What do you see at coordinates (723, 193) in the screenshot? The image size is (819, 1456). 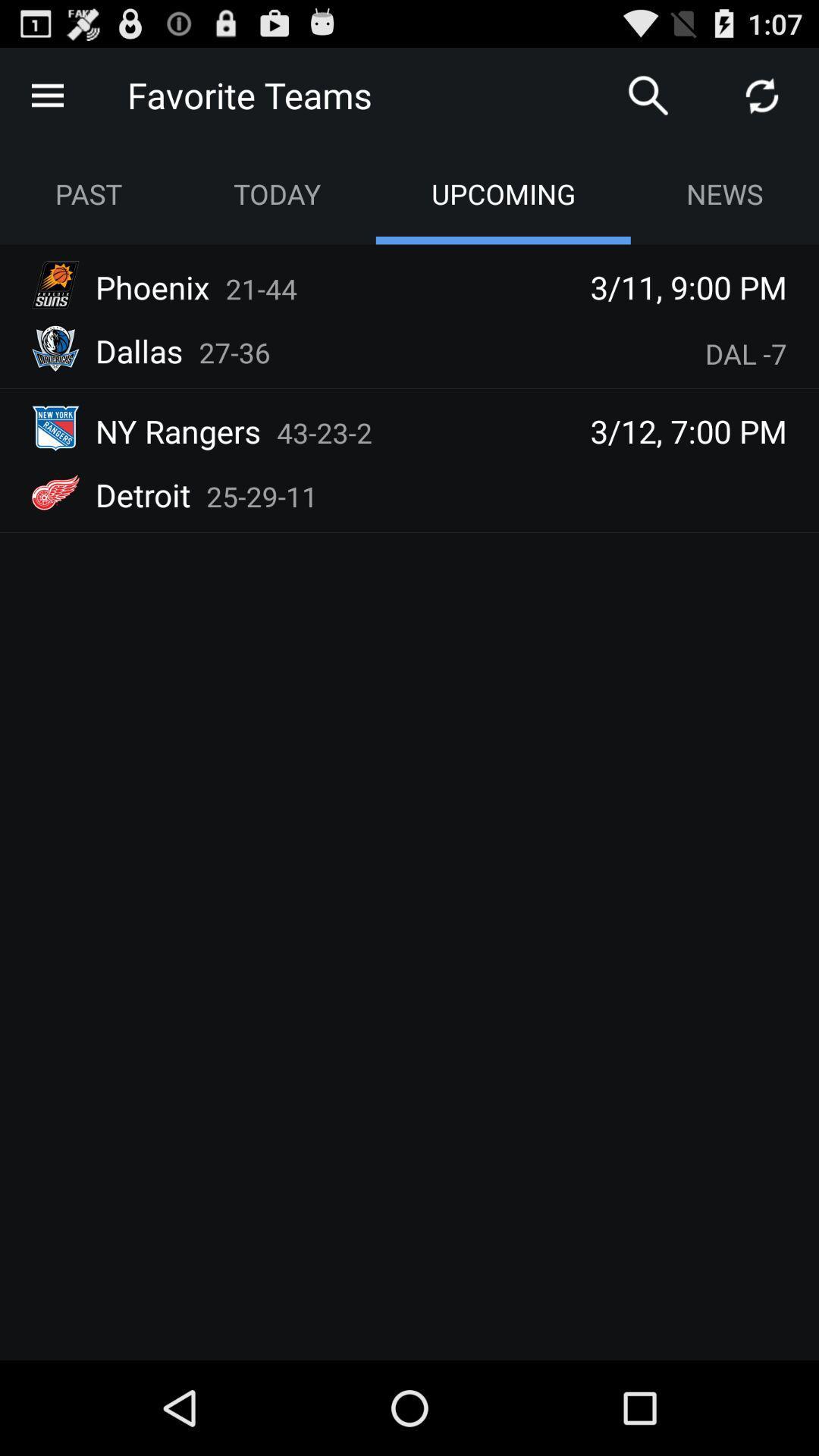 I see `news` at bounding box center [723, 193].